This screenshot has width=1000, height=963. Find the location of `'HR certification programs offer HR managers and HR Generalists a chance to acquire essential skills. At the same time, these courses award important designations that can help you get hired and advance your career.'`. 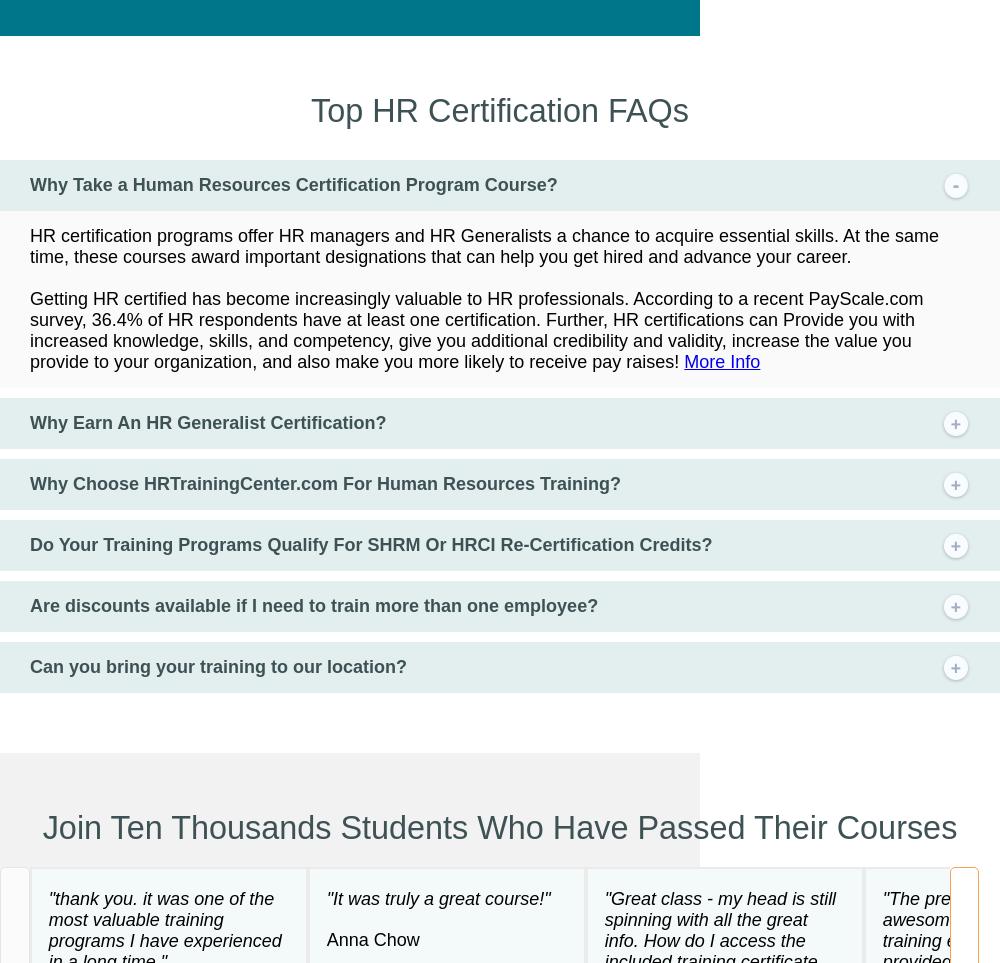

'HR certification programs offer HR managers and HR Generalists a chance to acquire essential skills. At the same time, these courses award important designations that can help you get hired and advance your career.' is located at coordinates (483, 245).